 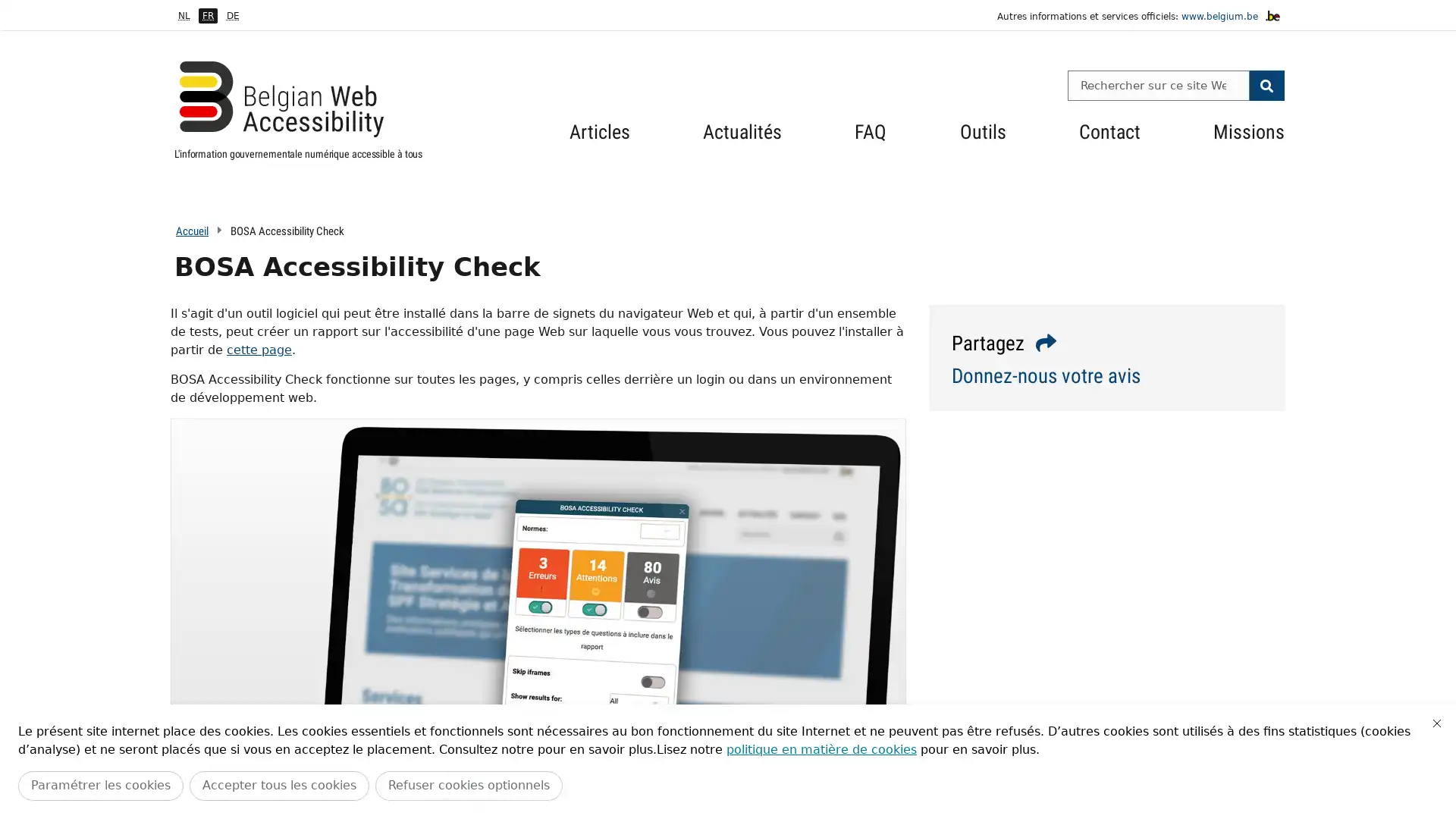 What do you see at coordinates (1436, 722) in the screenshot?
I see `Fermer` at bounding box center [1436, 722].